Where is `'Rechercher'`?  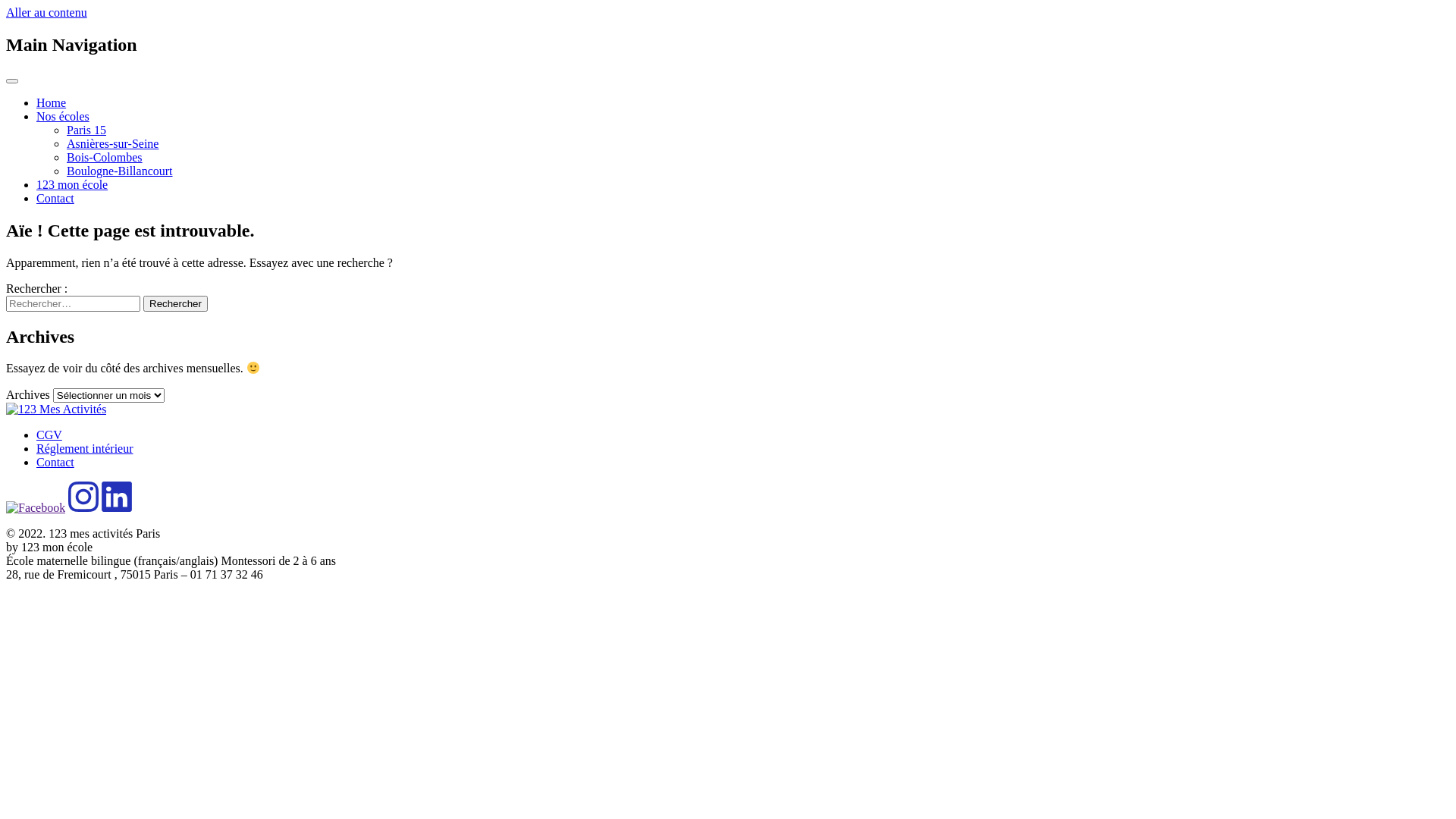
'Rechercher' is located at coordinates (175, 303).